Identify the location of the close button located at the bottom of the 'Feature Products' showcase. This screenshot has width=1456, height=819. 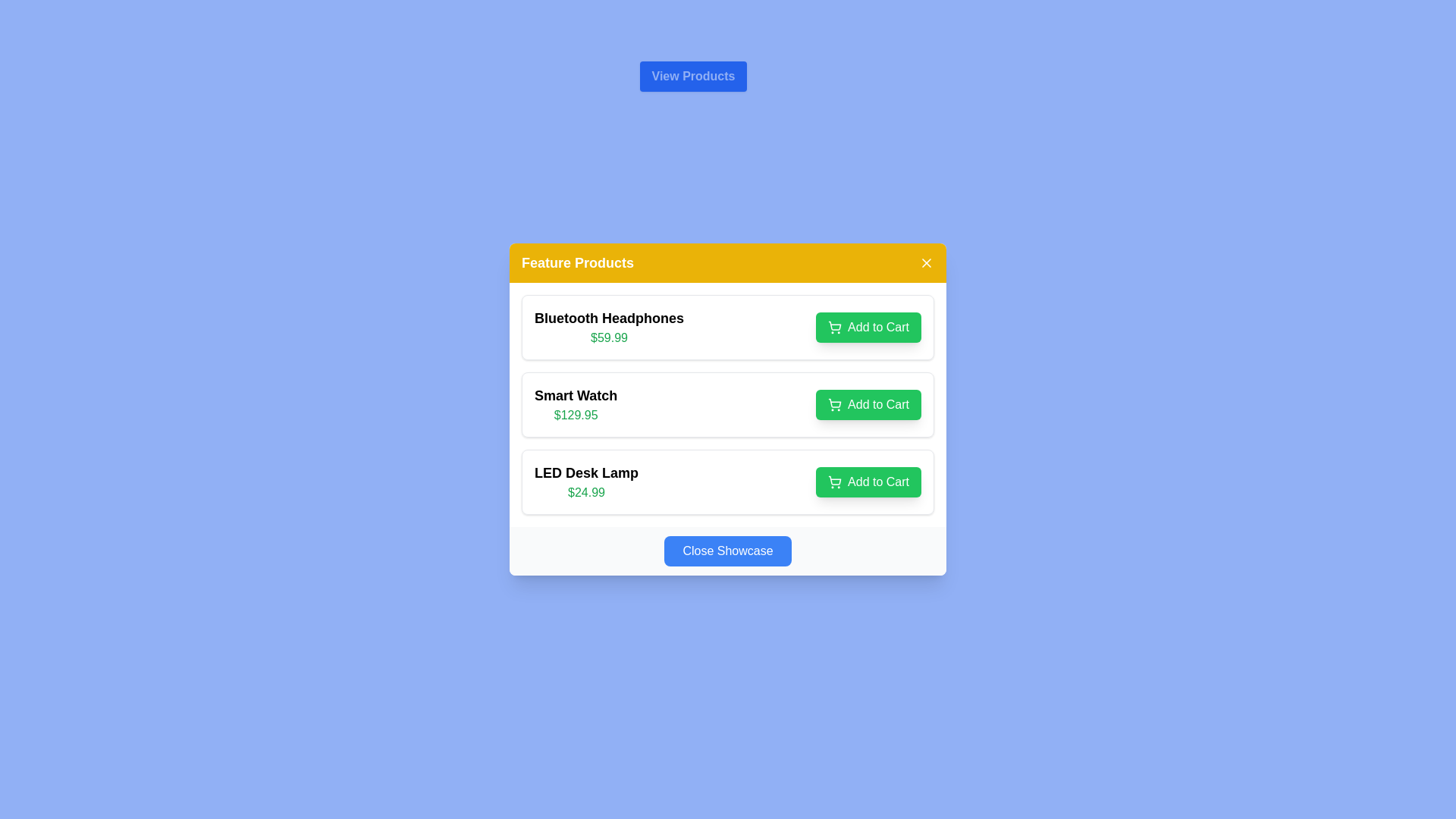
(728, 551).